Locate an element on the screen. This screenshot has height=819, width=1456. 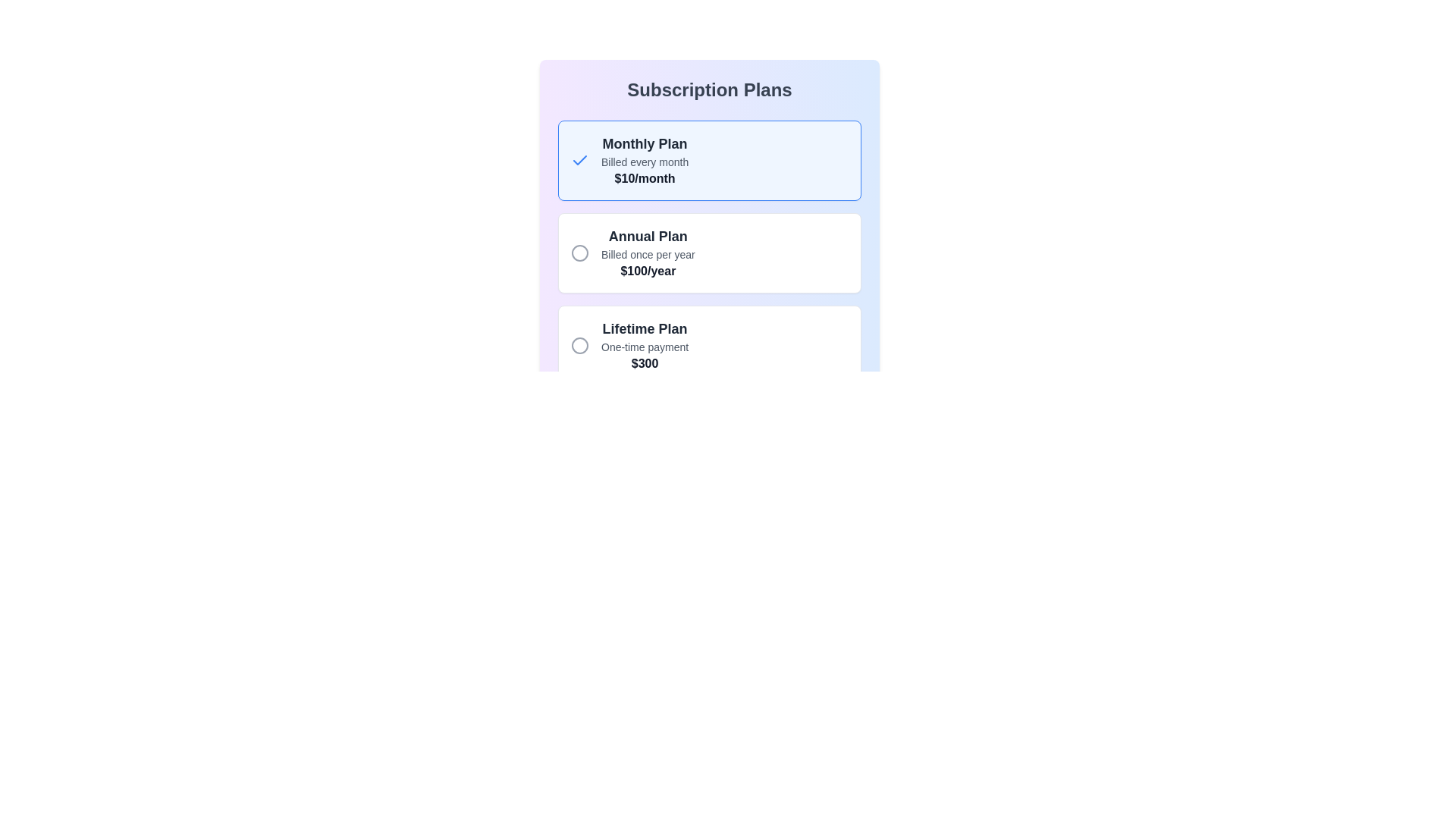
the selectable circle indicator for the 'Annual Plan' subscription option to receive potential visual feedback is located at coordinates (579, 253).